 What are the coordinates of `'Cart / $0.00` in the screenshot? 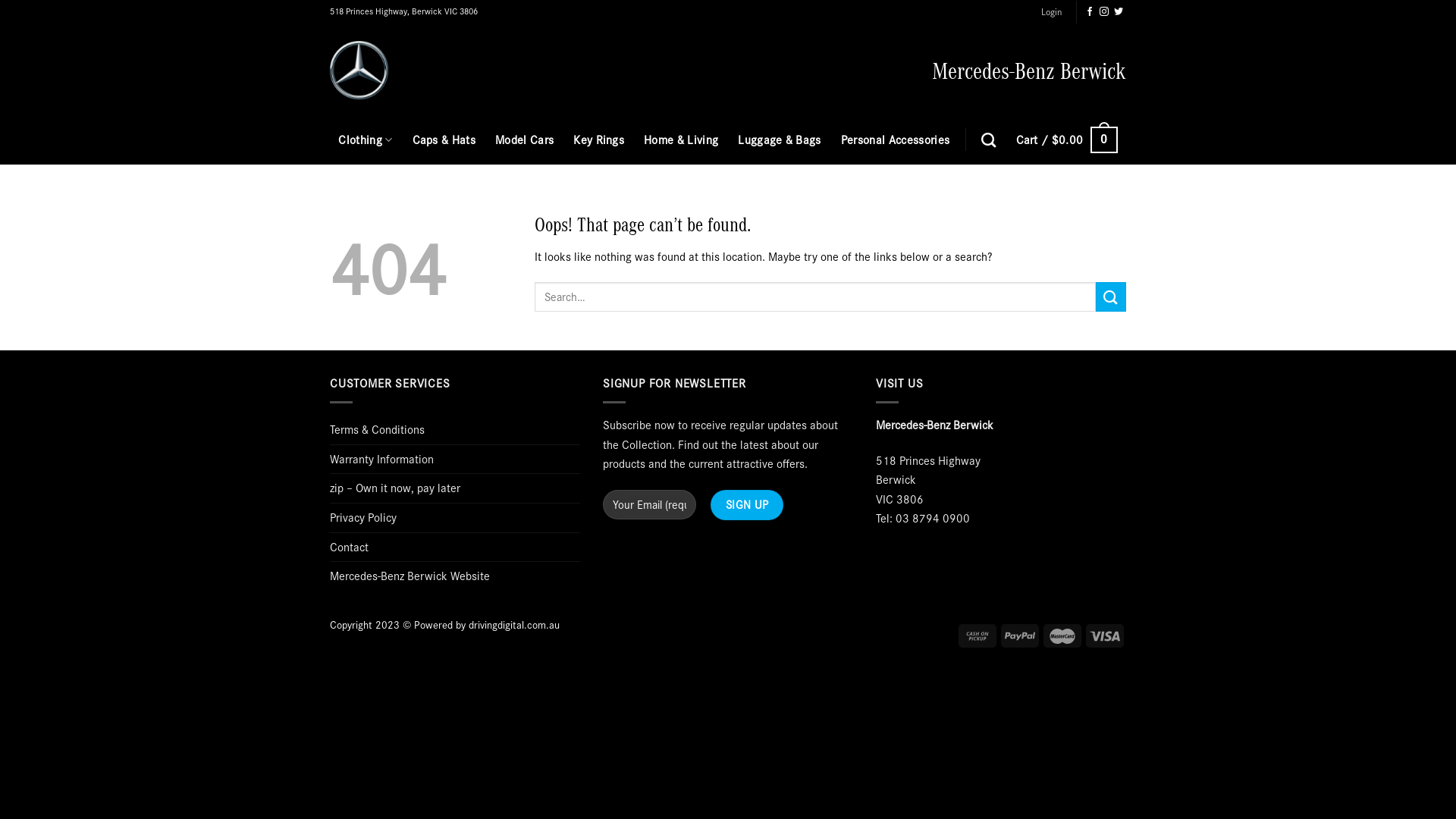 It's located at (1015, 140).